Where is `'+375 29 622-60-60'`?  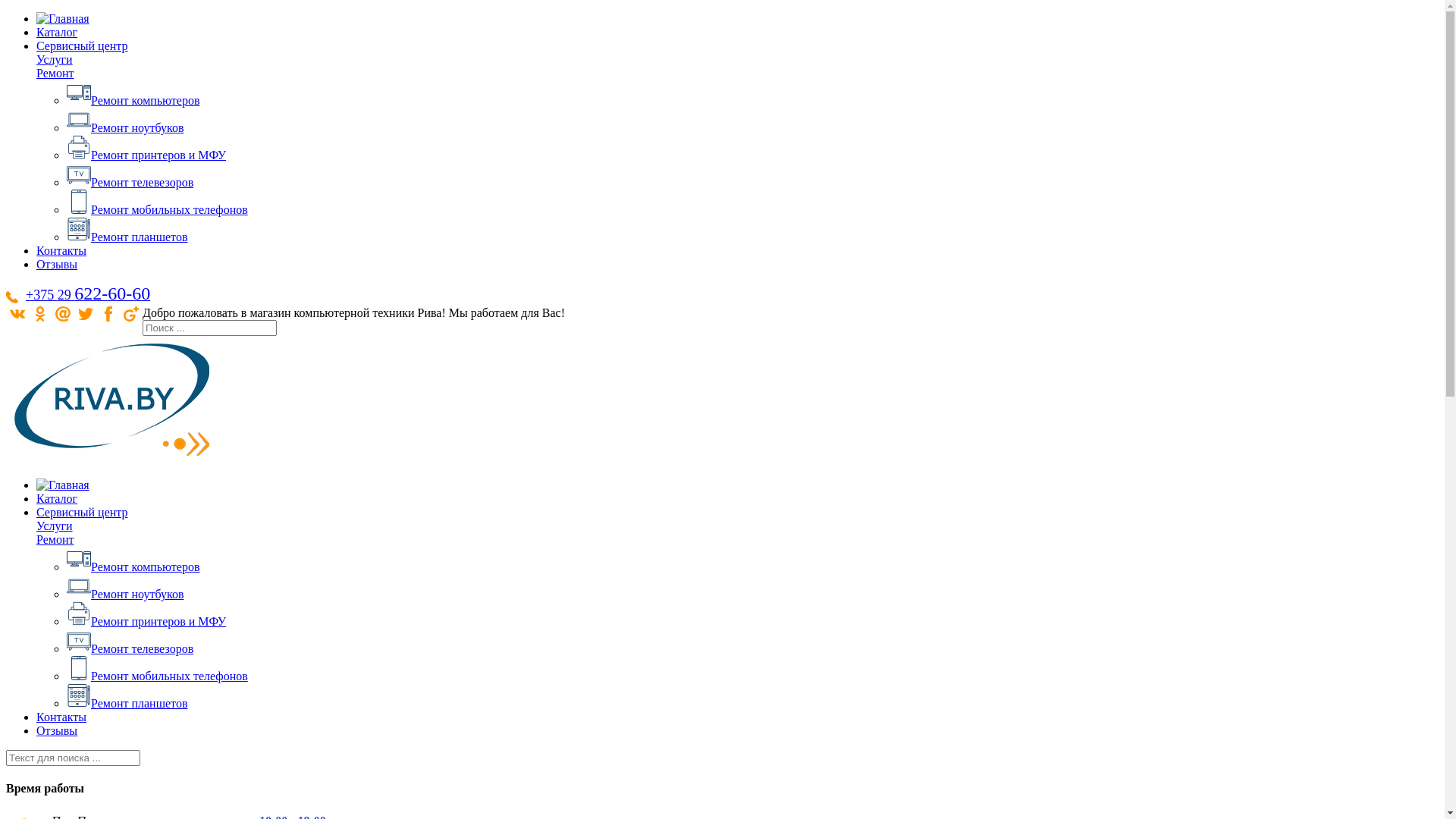
'+375 29 622-60-60' is located at coordinates (86, 293).